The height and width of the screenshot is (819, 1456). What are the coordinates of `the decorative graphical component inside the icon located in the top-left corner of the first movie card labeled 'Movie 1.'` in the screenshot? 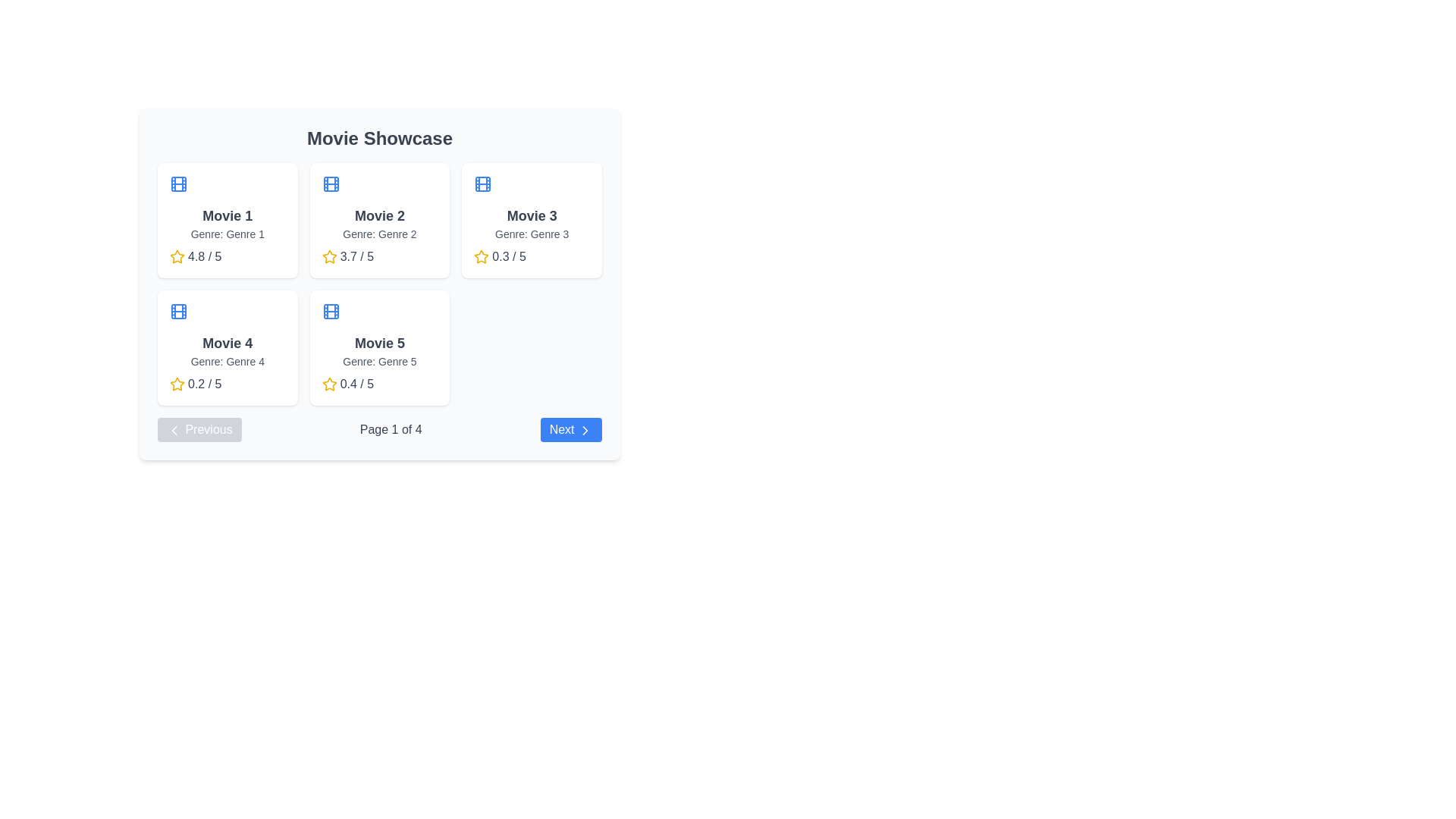 It's located at (178, 184).